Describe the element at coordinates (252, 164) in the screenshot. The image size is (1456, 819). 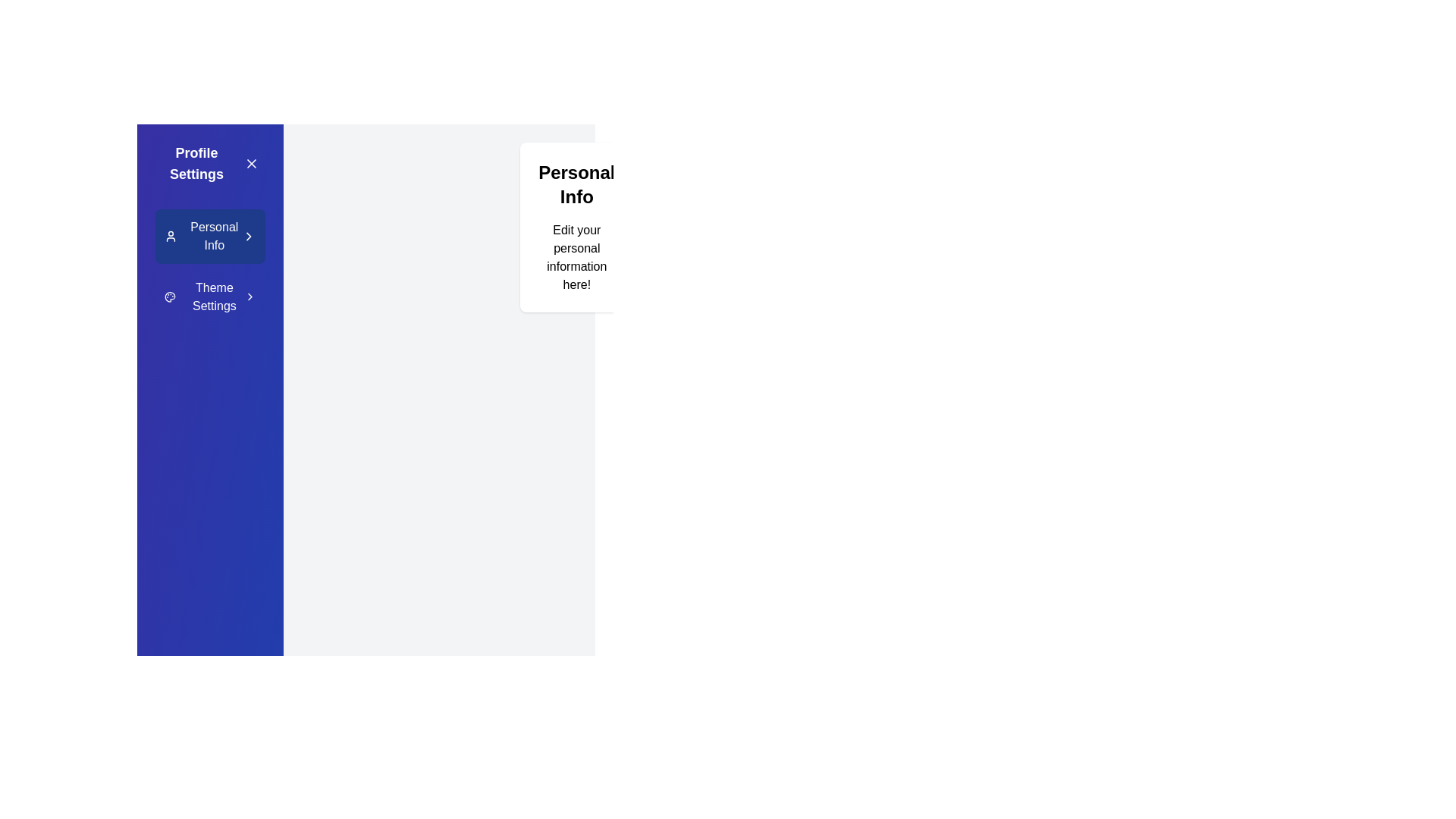
I see `the close icon located in the top left corner of the interface` at that location.